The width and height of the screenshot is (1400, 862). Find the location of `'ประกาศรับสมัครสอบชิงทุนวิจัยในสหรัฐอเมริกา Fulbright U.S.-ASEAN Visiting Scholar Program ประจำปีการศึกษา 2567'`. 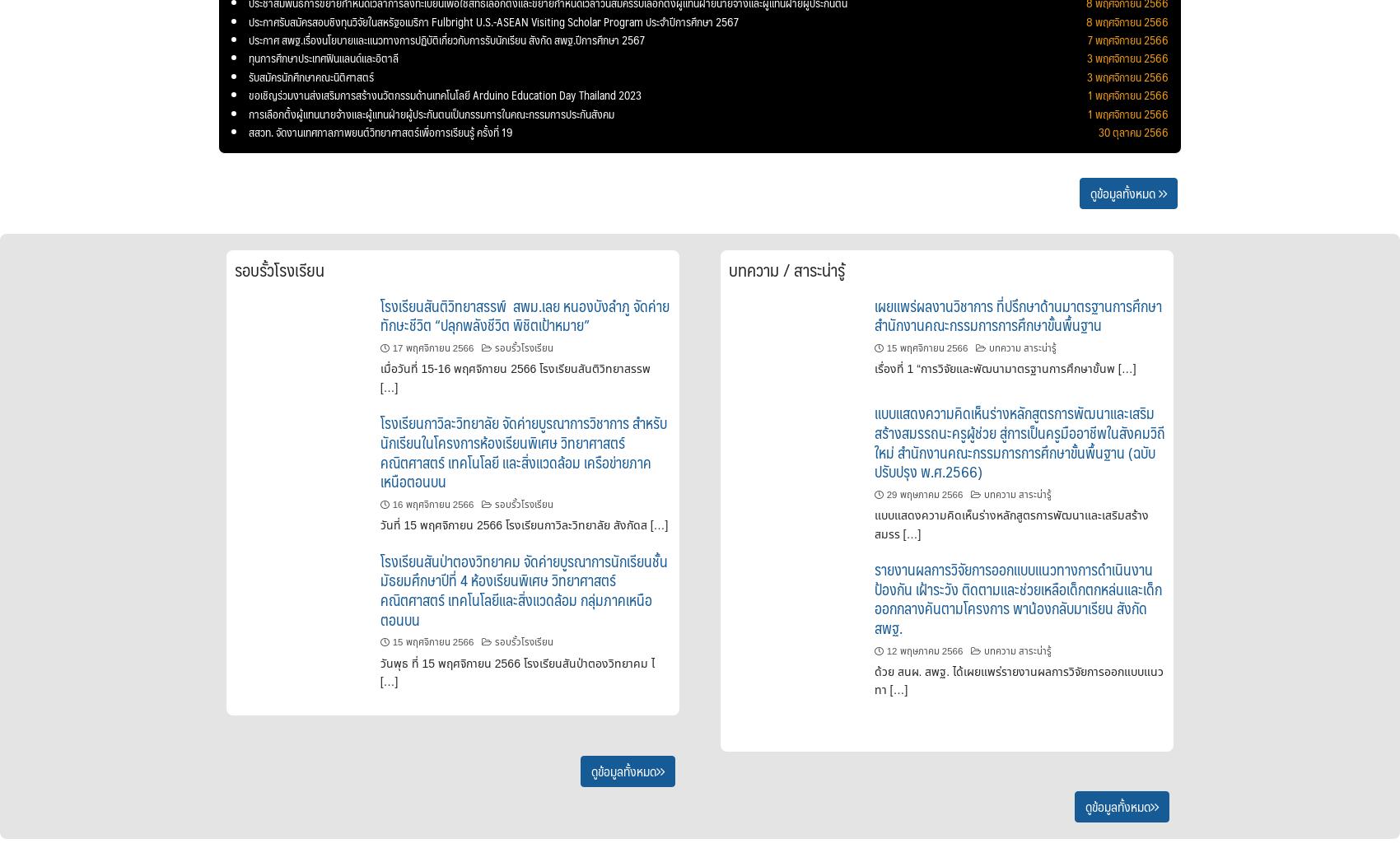

'ประกาศรับสมัครสอบชิงทุนวิจัยในสหรัฐอเมริกา Fulbright U.S.-ASEAN Visiting Scholar Program ประจำปีการศึกษา 2567' is located at coordinates (492, 20).